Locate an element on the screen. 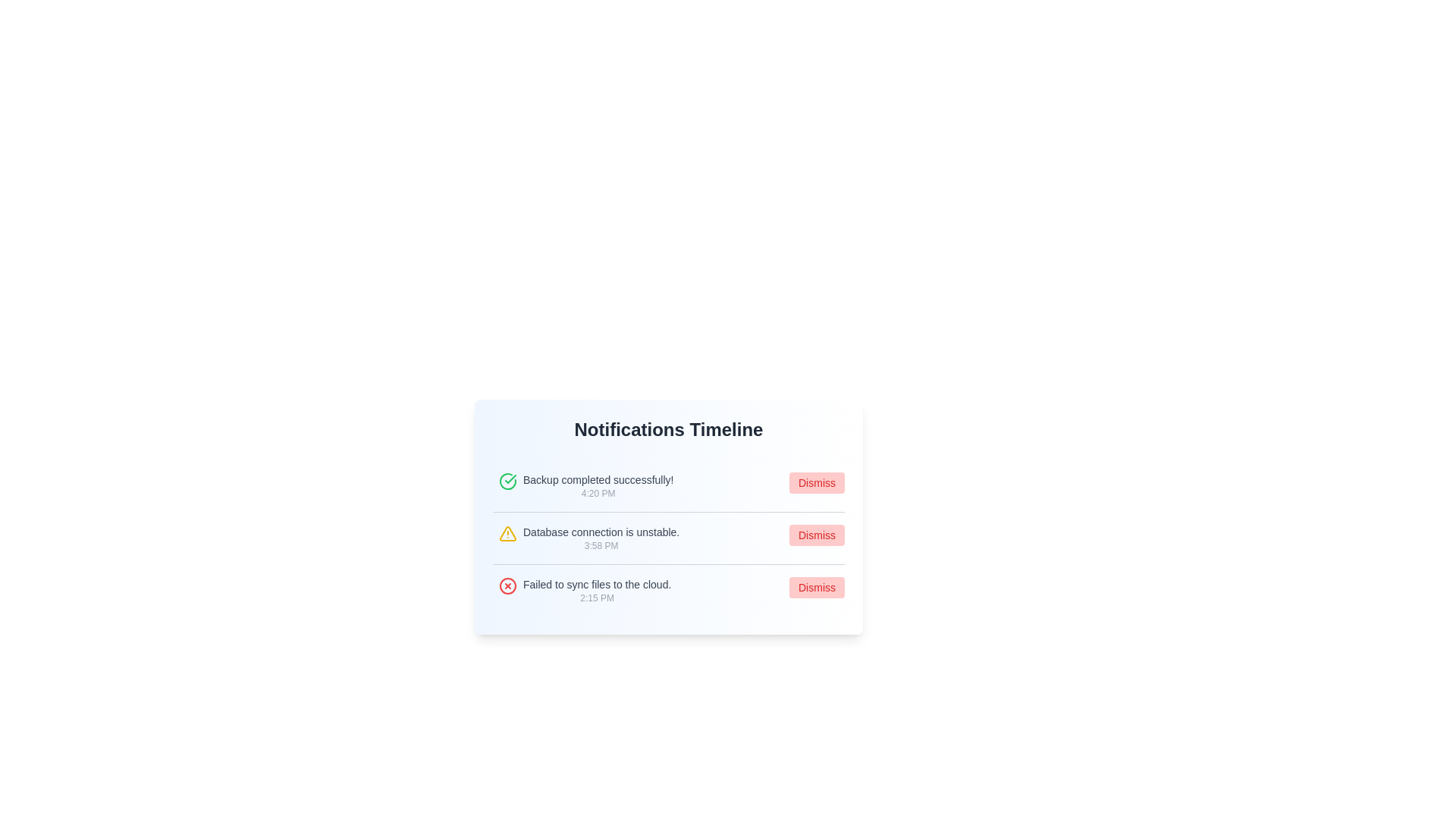 This screenshot has width=1456, height=819. the text label displaying the time of the notification, which is located beneath the message text 'Failed to sync files to the cloud' in the notification card is located at coordinates (596, 598).